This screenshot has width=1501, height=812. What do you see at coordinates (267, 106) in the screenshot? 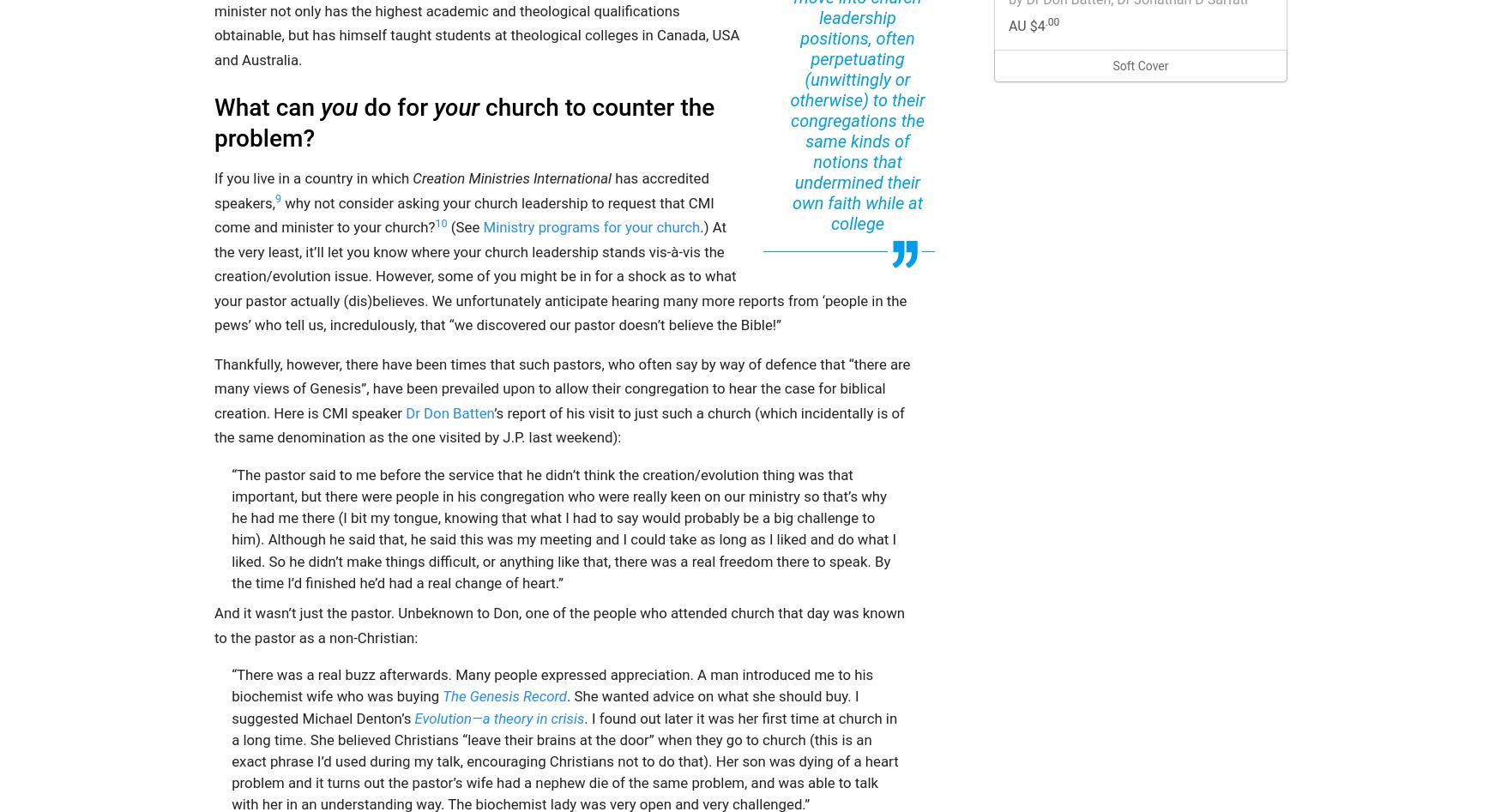
I see `'What can'` at bounding box center [267, 106].